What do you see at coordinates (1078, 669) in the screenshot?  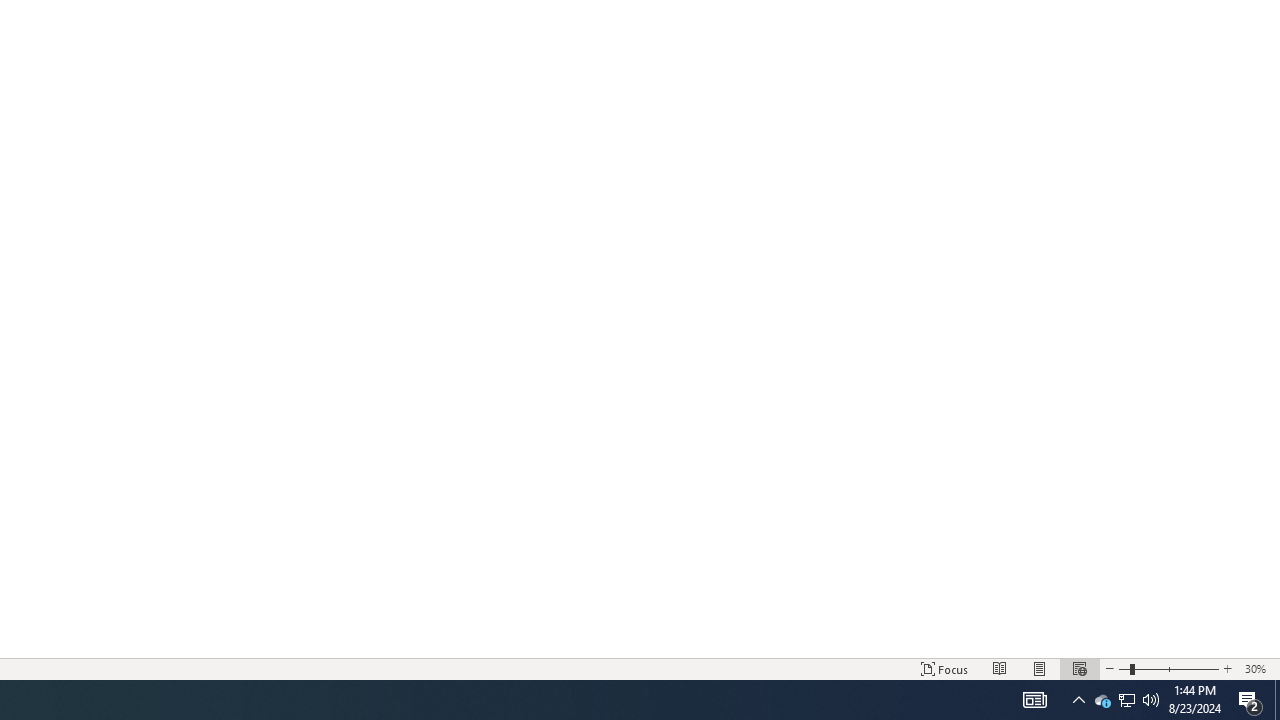 I see `'Web Layout'` at bounding box center [1078, 669].